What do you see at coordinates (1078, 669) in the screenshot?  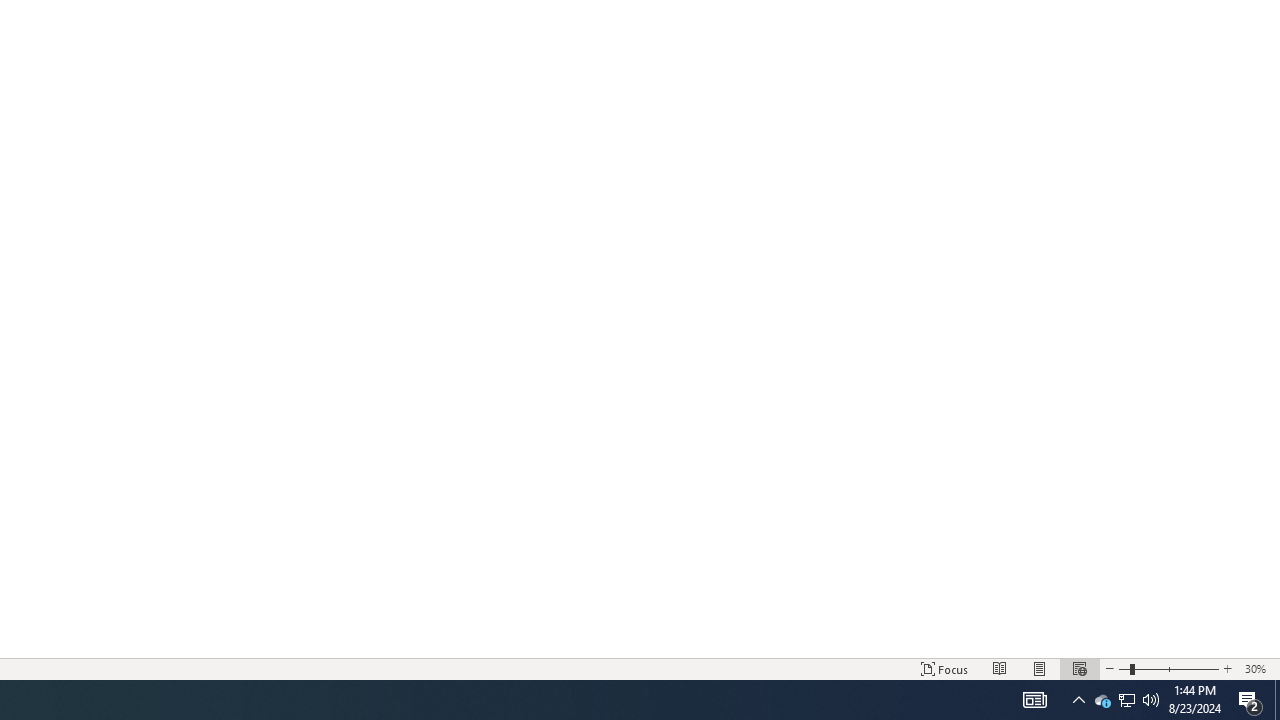 I see `'Web Layout'` at bounding box center [1078, 669].